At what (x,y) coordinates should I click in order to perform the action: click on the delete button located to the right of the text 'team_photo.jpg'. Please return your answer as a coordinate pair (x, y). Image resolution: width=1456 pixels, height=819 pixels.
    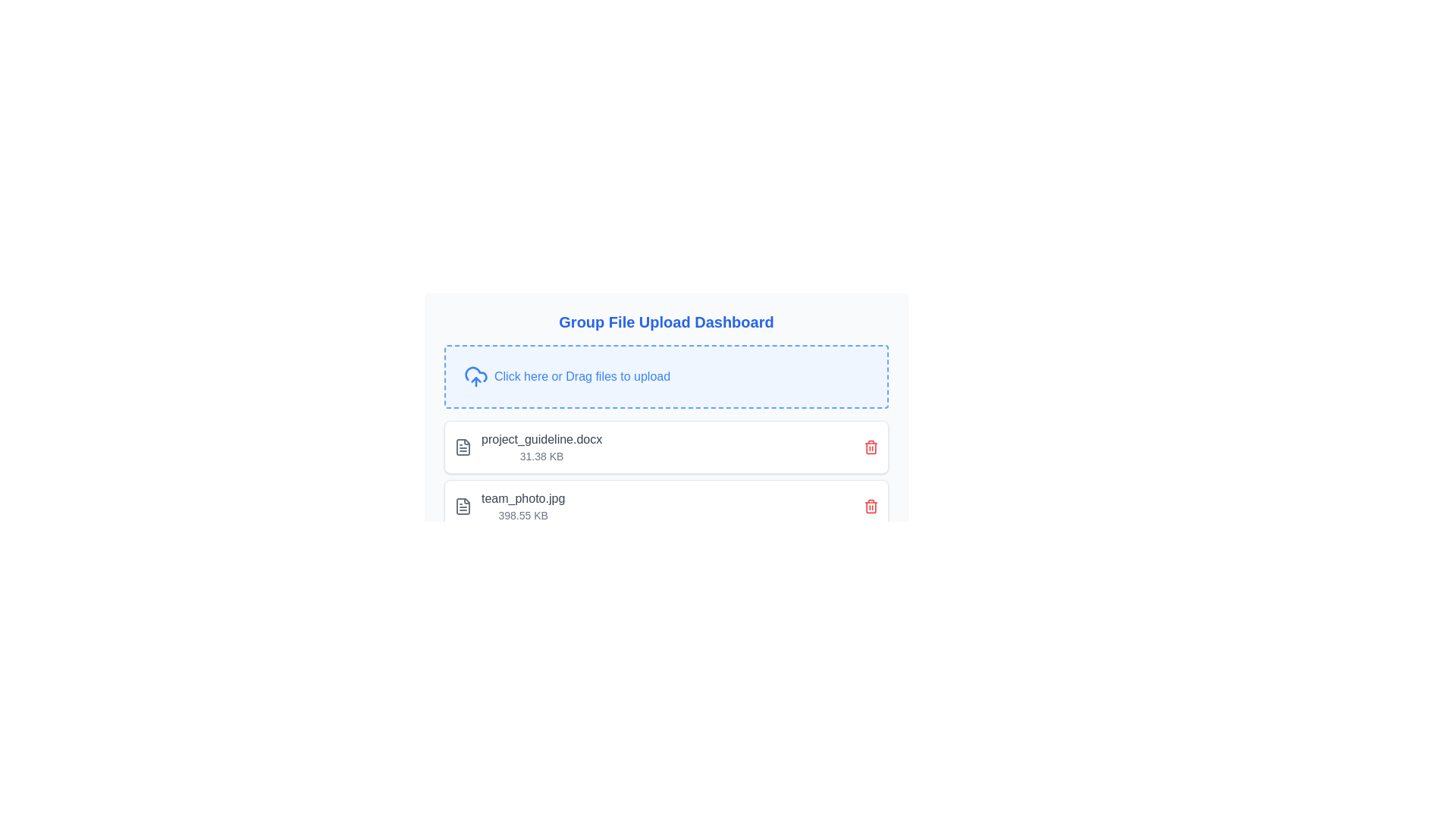
    Looking at the image, I should click on (871, 506).